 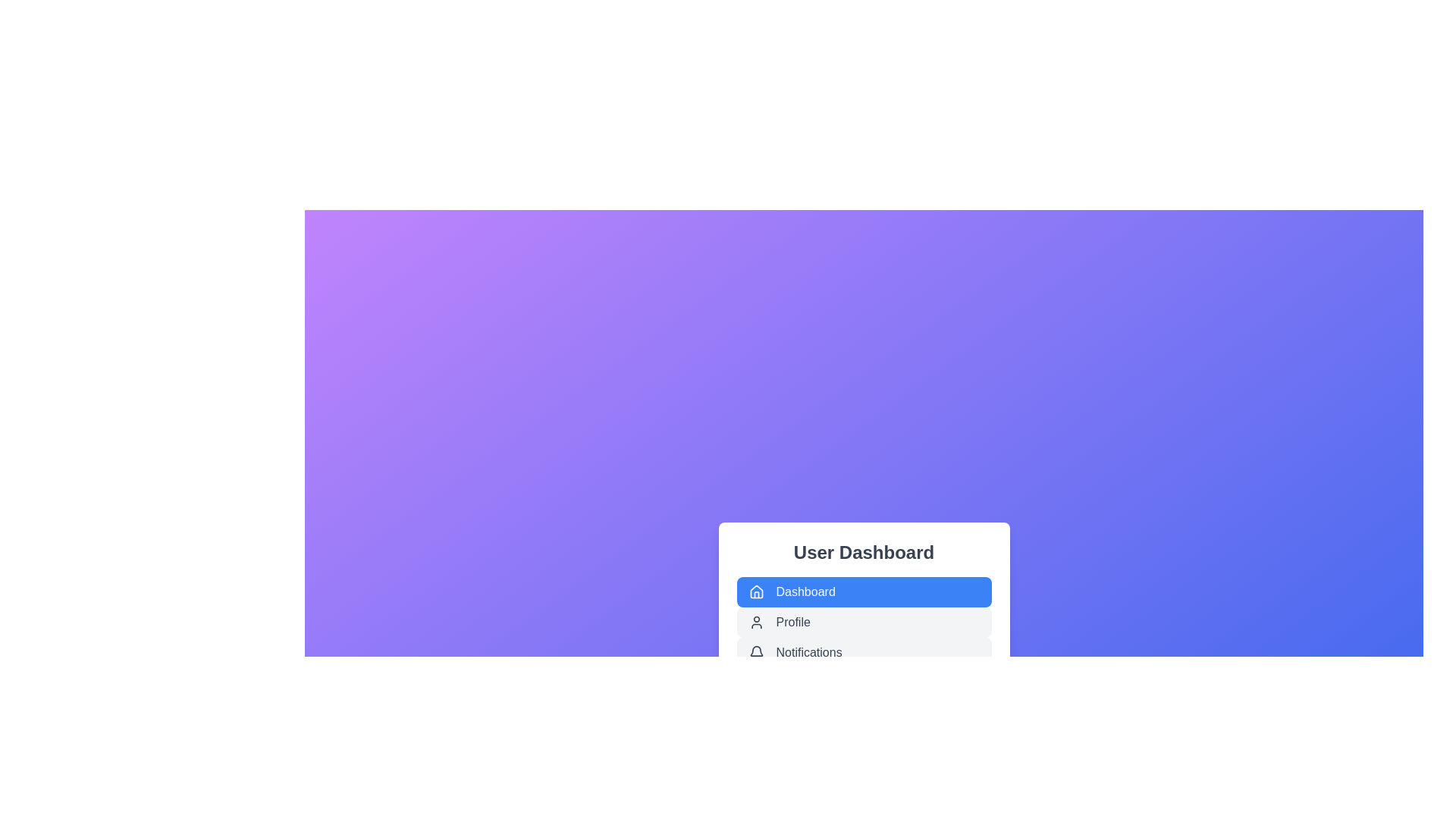 What do you see at coordinates (864, 620) in the screenshot?
I see `the navigation button located below the 'Dashboard' button and above the 'Notifications' button` at bounding box center [864, 620].